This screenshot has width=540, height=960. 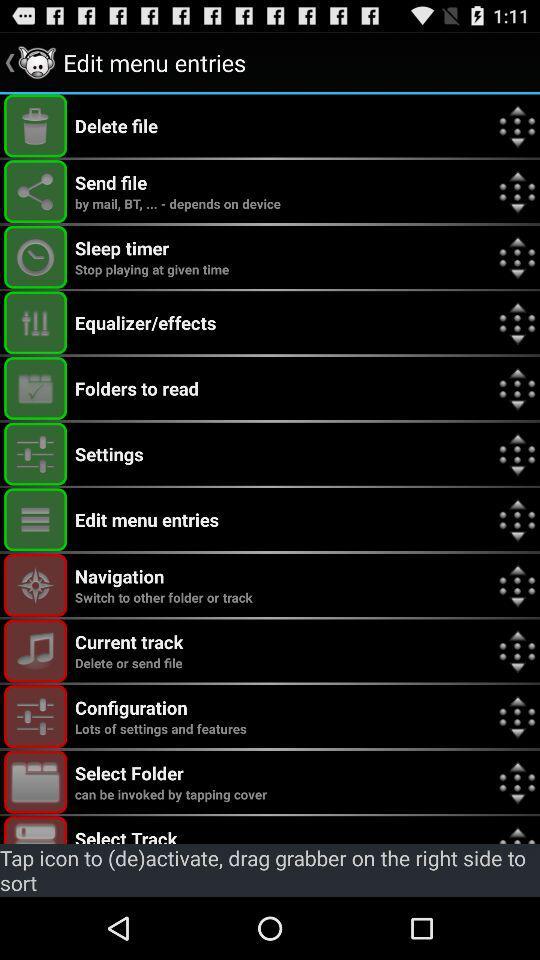 What do you see at coordinates (35, 125) in the screenshot?
I see `click the delete option` at bounding box center [35, 125].